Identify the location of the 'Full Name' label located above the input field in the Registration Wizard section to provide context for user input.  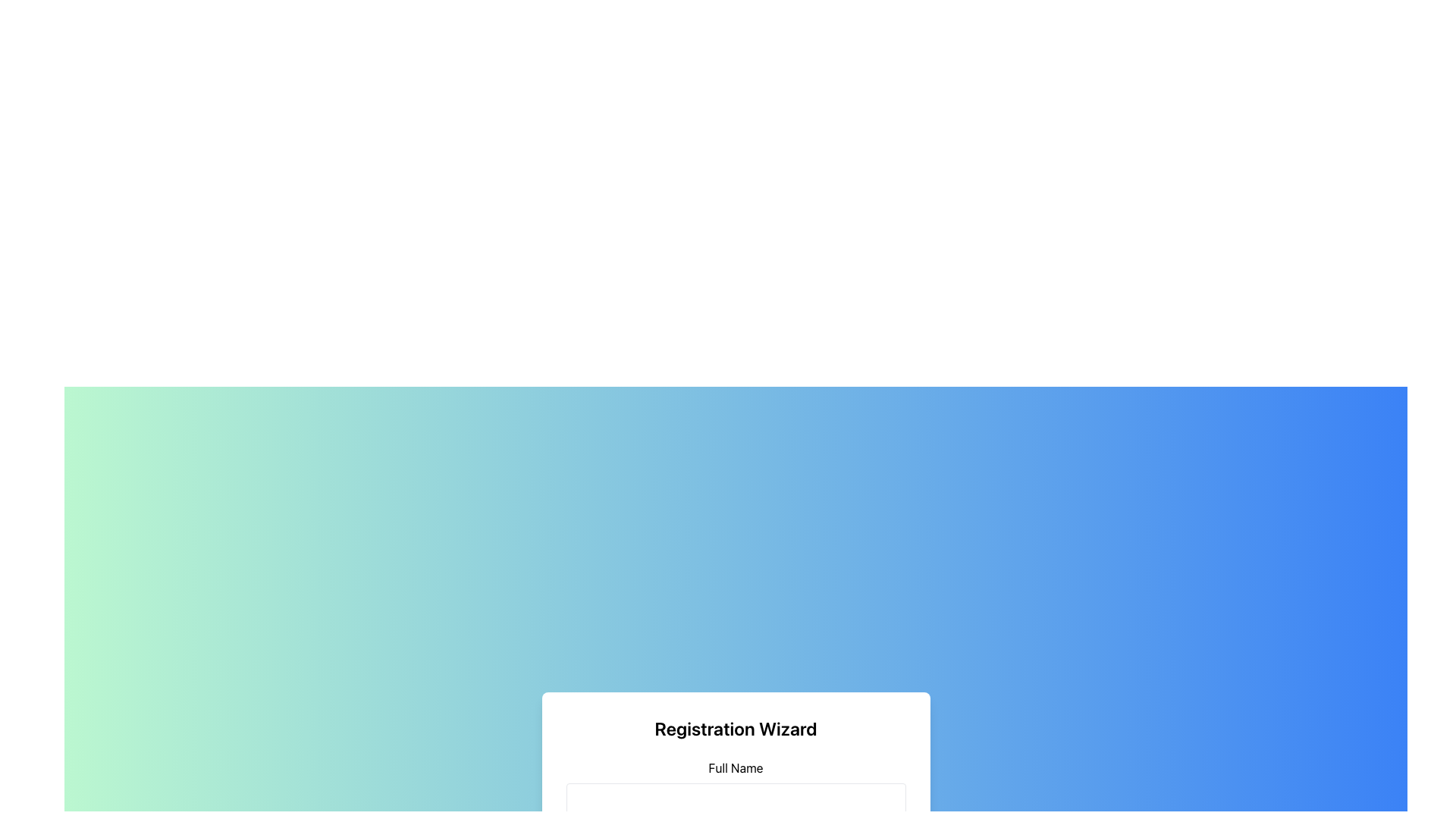
(736, 768).